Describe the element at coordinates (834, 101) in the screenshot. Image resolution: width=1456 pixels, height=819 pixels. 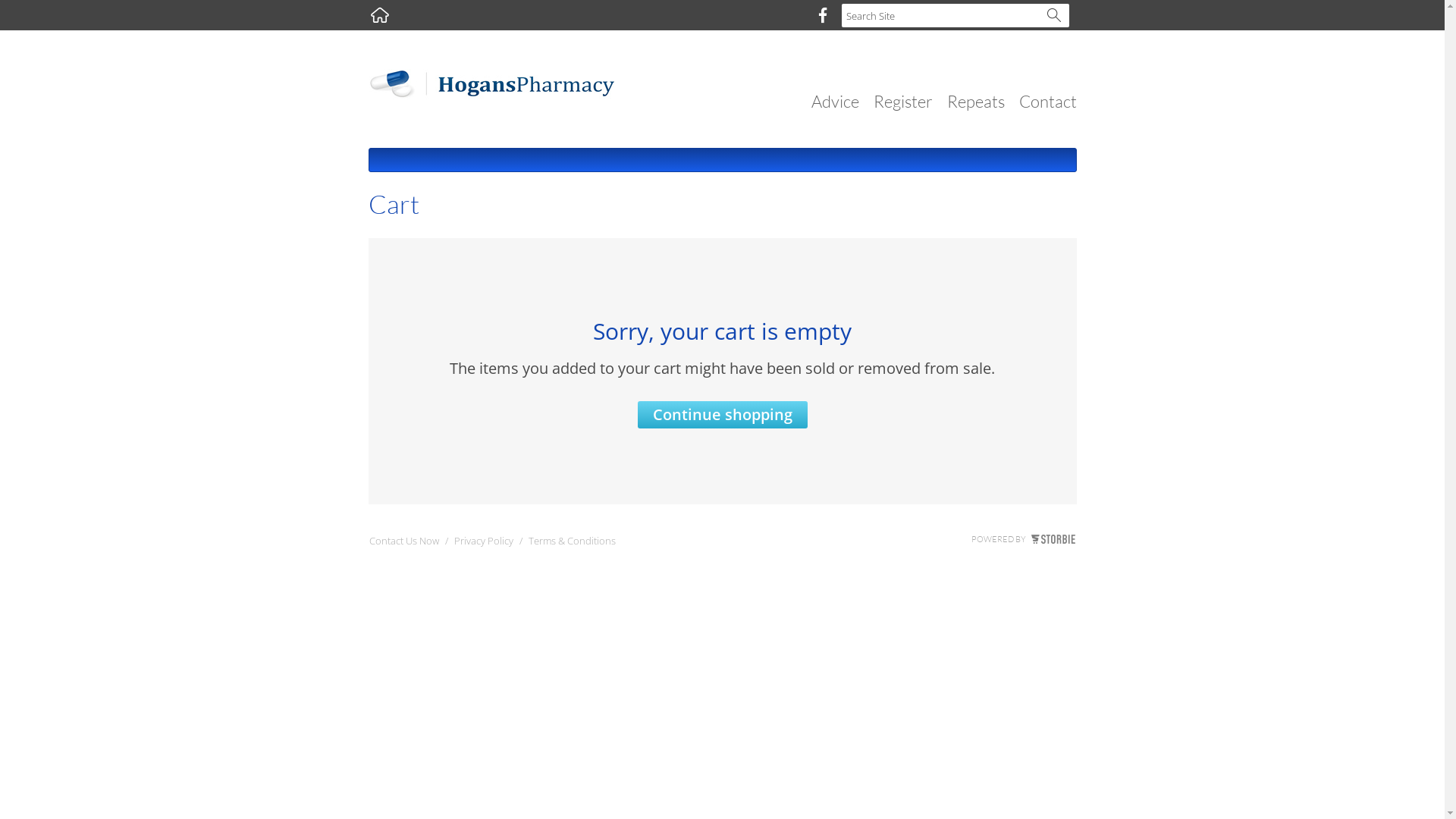
I see `'Advice'` at that location.